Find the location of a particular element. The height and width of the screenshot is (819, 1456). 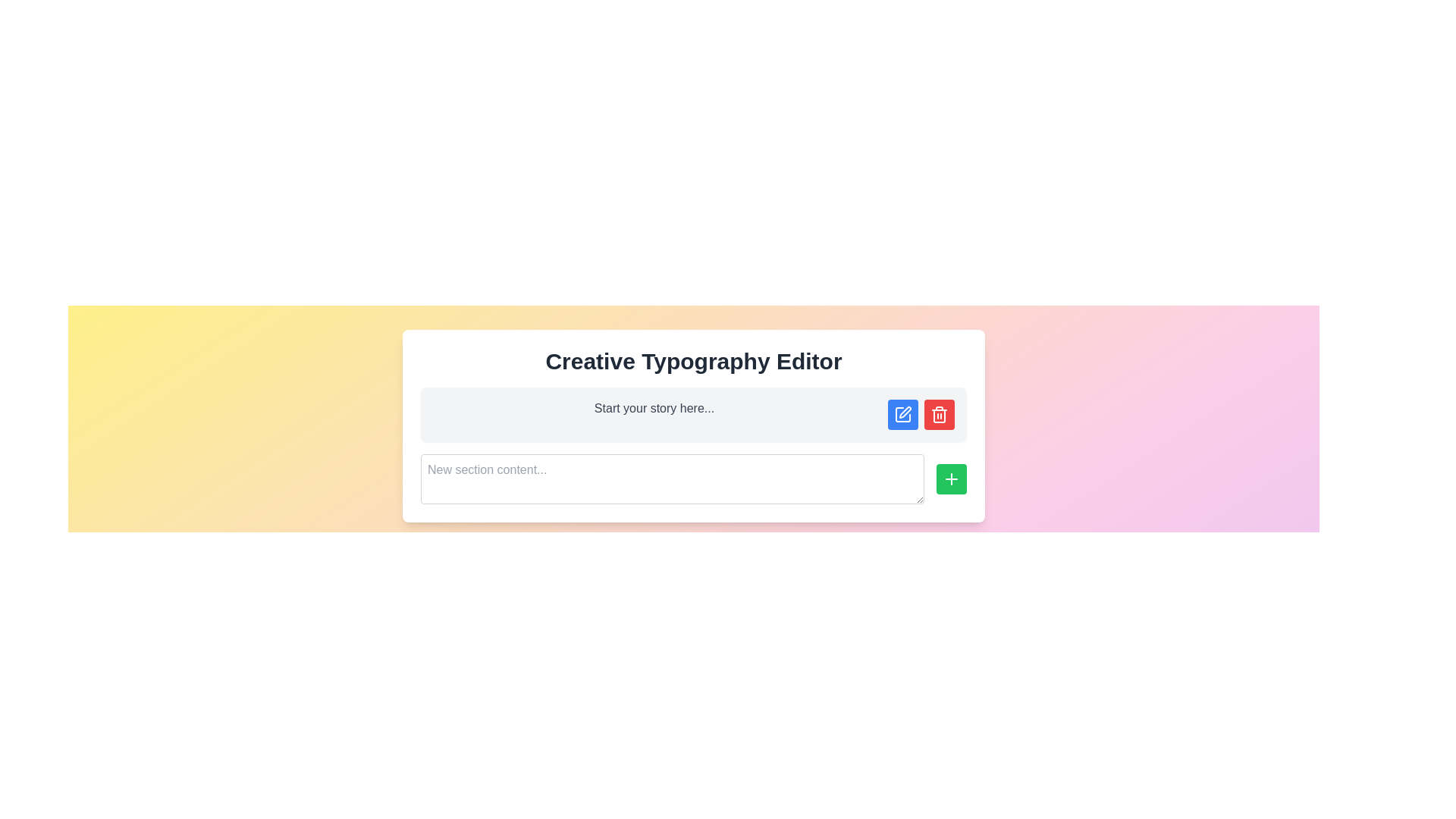

the text display field that shows the placeholder 'Start your story here...' in gray font, located in a pastel-themed editor interface is located at coordinates (654, 408).